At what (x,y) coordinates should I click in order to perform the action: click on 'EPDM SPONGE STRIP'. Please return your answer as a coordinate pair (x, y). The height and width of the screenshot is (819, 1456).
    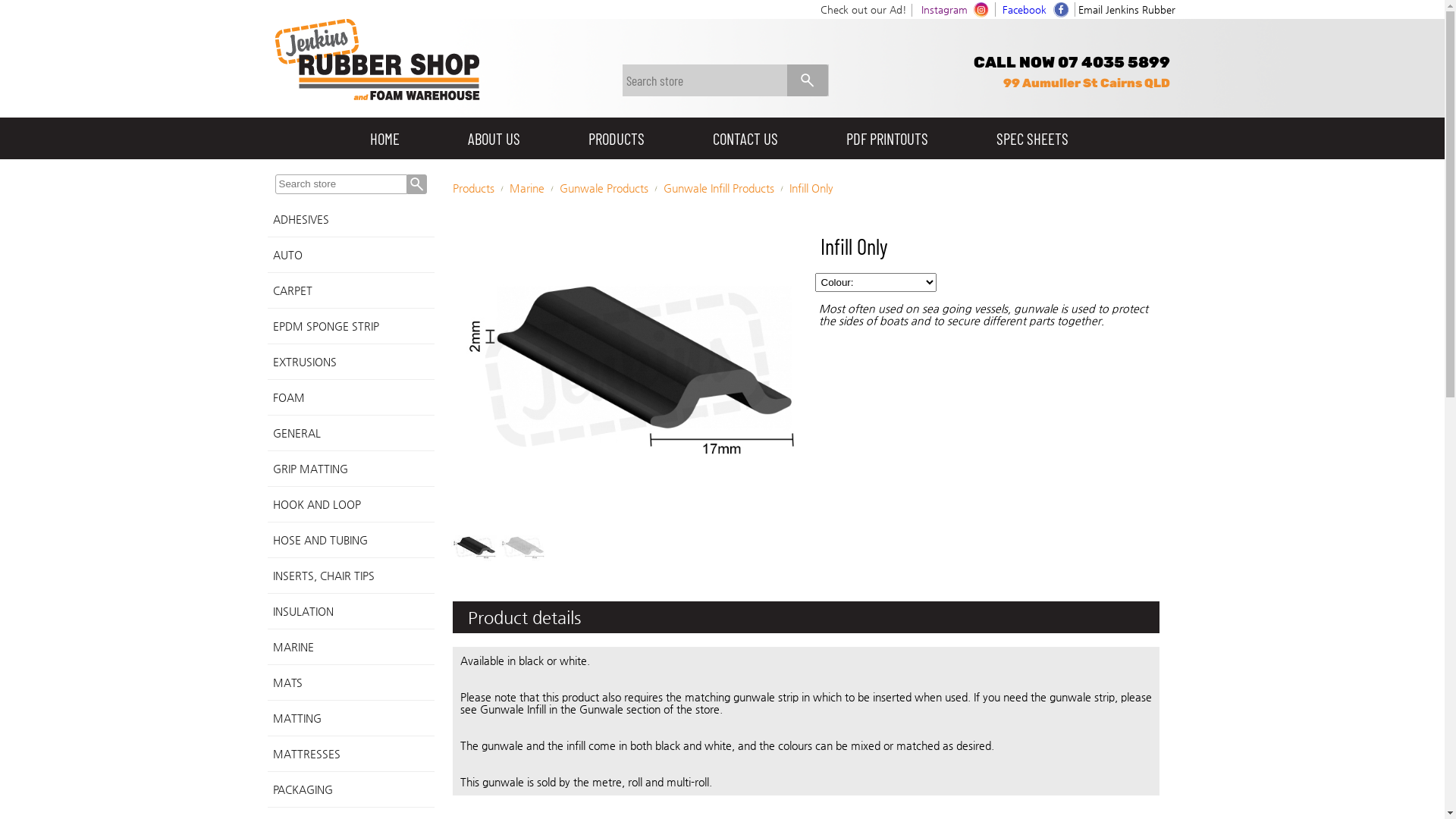
    Looking at the image, I should click on (349, 325).